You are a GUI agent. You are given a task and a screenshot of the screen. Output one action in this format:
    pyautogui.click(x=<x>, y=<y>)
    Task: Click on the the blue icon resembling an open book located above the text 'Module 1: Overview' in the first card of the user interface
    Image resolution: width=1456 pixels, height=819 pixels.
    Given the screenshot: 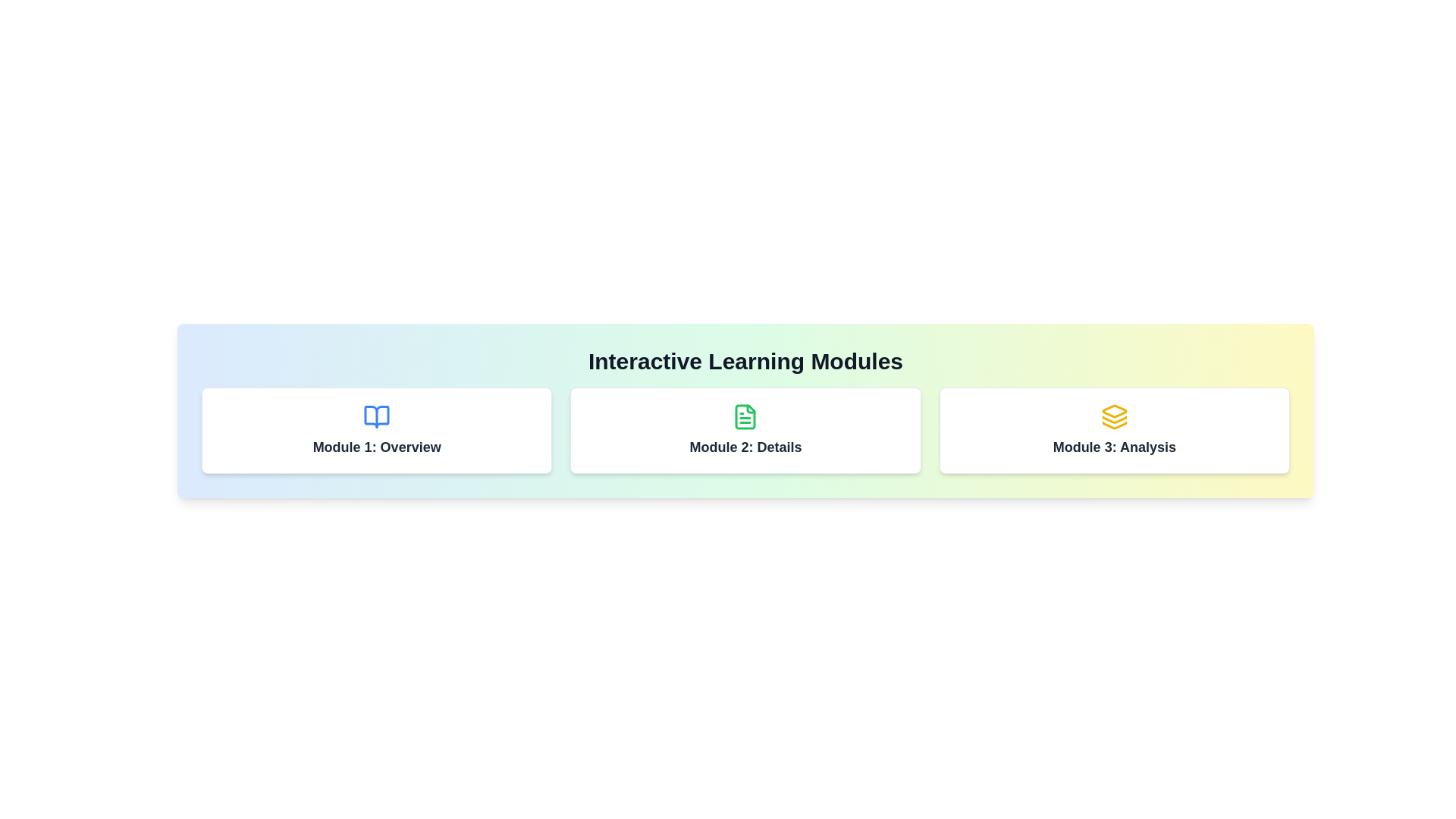 What is the action you would take?
    pyautogui.click(x=377, y=417)
    